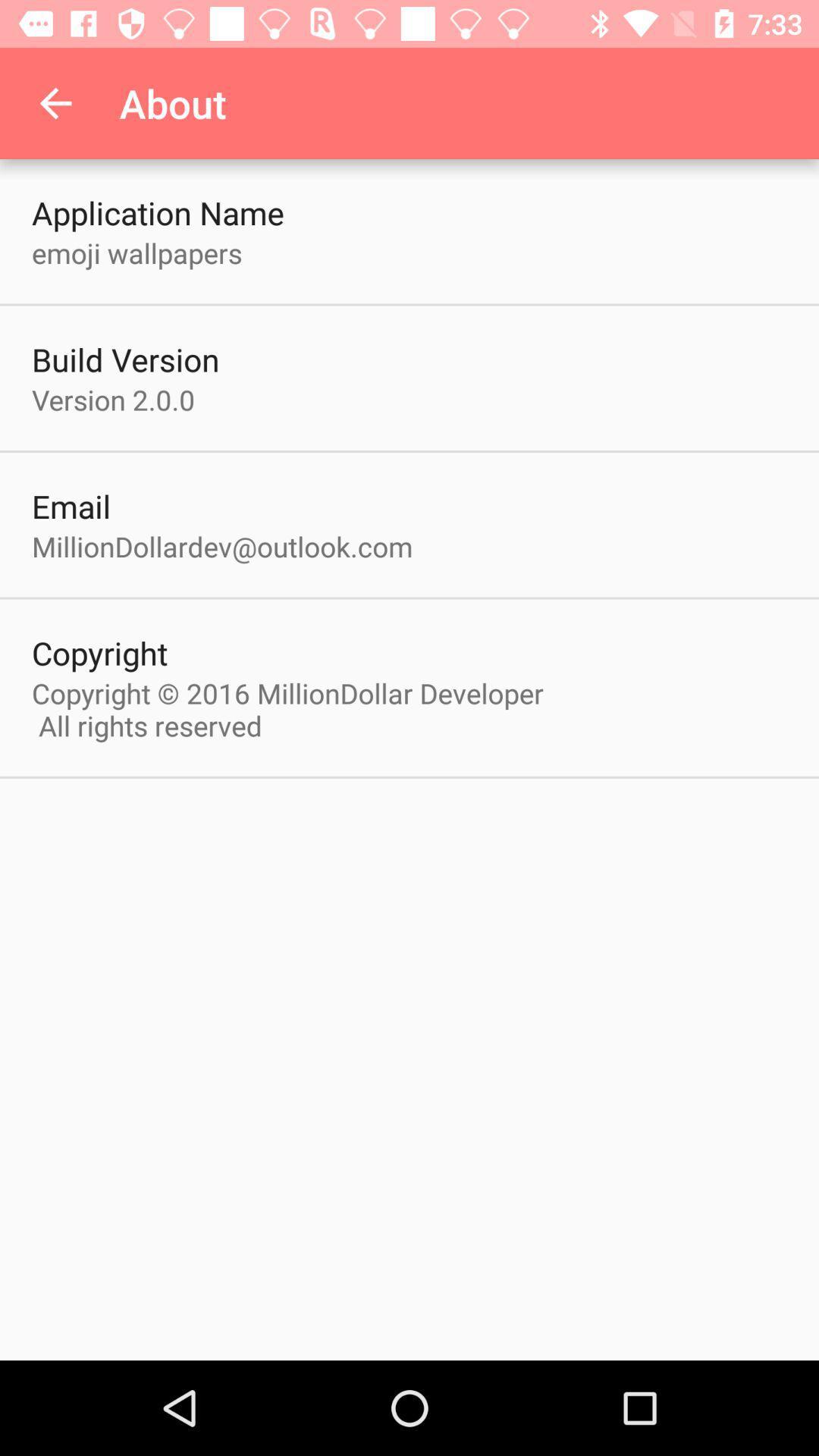  What do you see at coordinates (71, 506) in the screenshot?
I see `the item above milliondollardev@outlook.com item` at bounding box center [71, 506].